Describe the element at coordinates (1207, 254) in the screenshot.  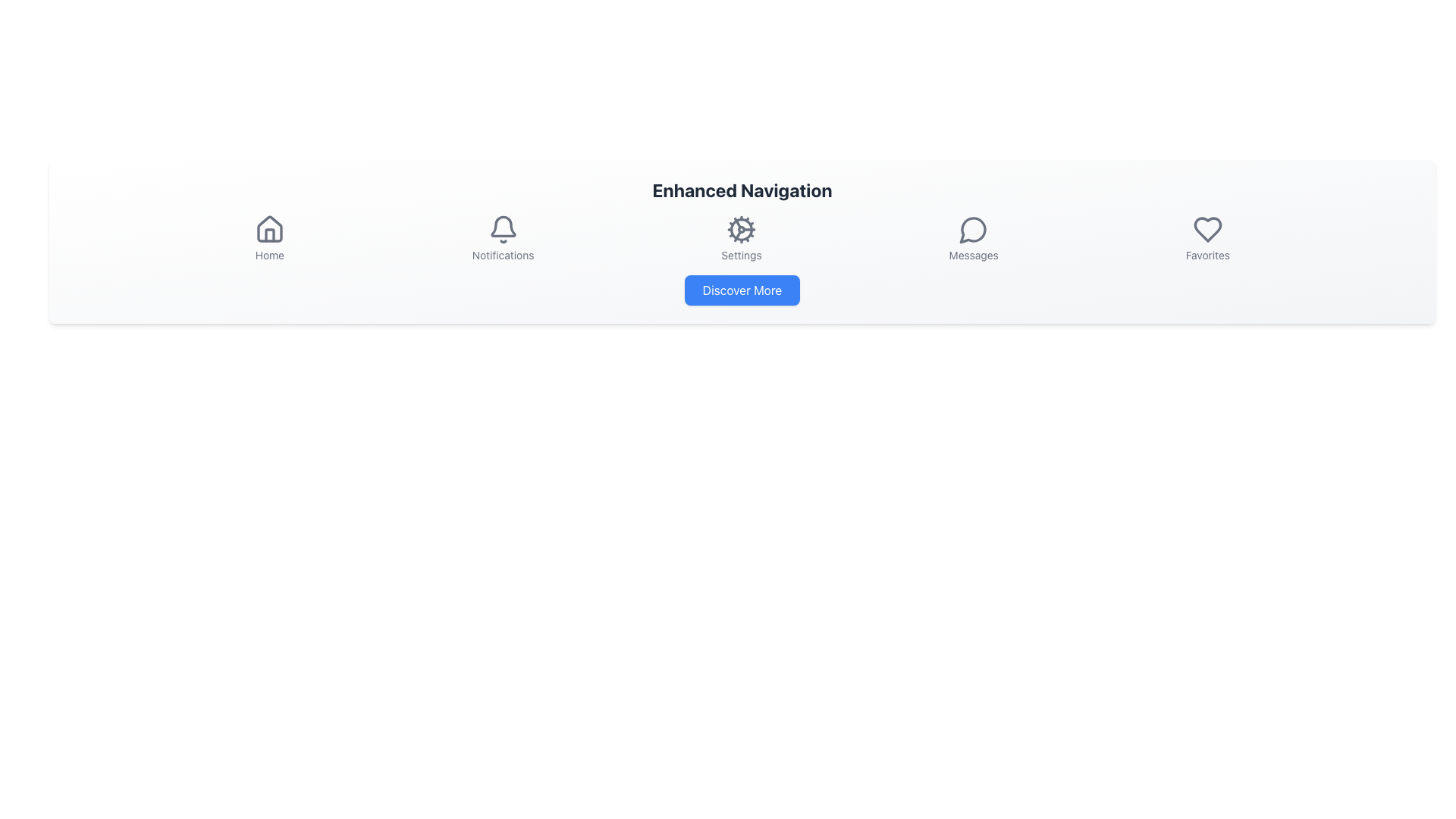
I see `text label 'Favorites' located directly under the heart icon in the navigation bar` at that location.